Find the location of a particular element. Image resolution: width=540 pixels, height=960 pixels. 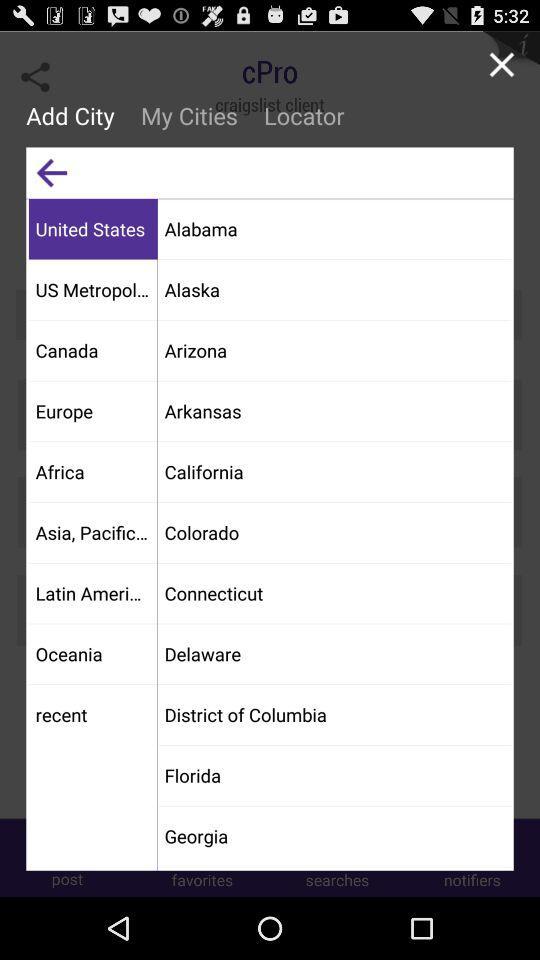

the georgia app is located at coordinates (334, 836).